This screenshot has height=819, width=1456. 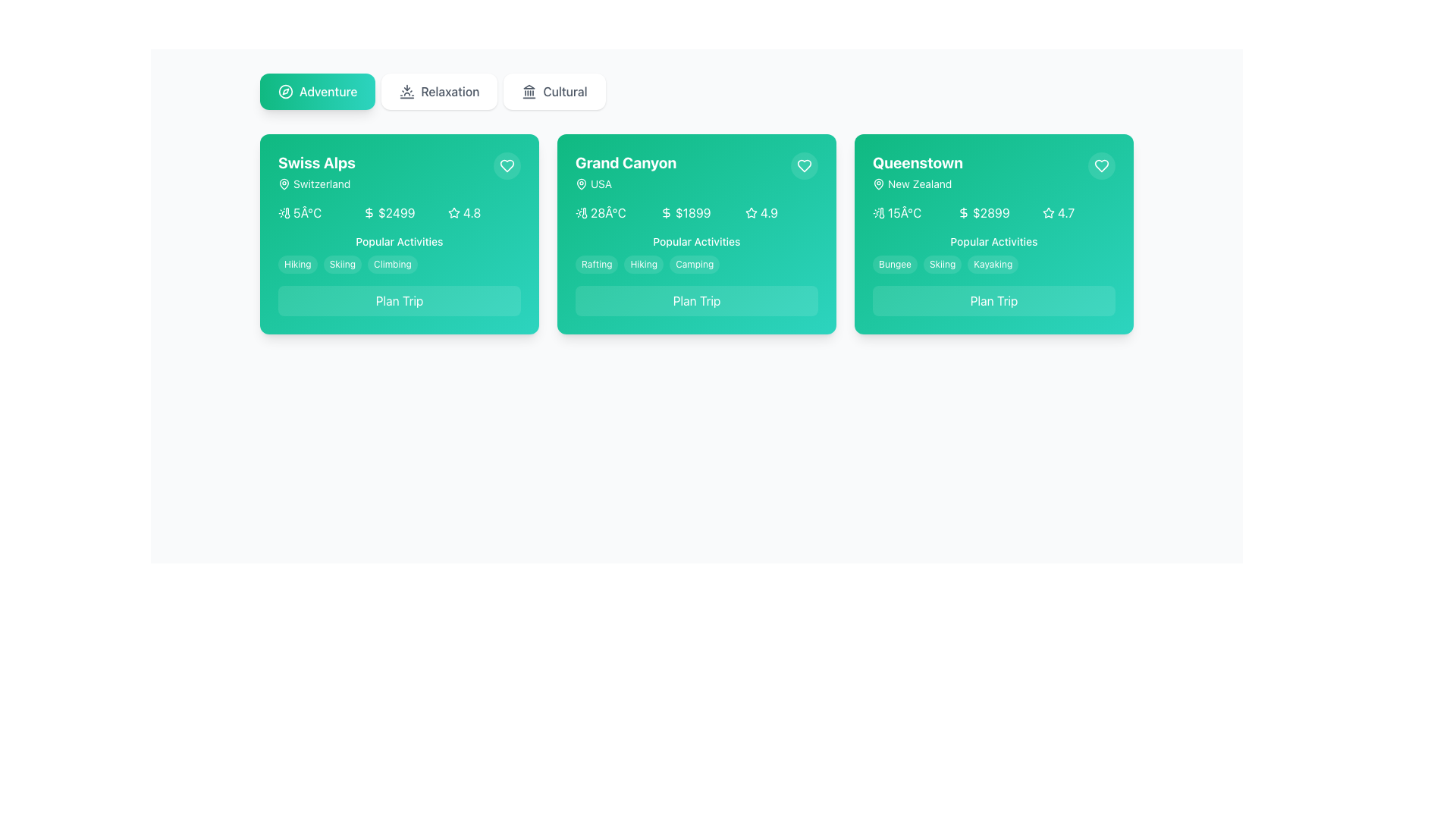 I want to click on the informational display component that shows '5°C', '$2499', and '4.8' ratings, located in the lower half of the 'Swiss Alps' card in the 'Adventure' section, so click(x=400, y=213).